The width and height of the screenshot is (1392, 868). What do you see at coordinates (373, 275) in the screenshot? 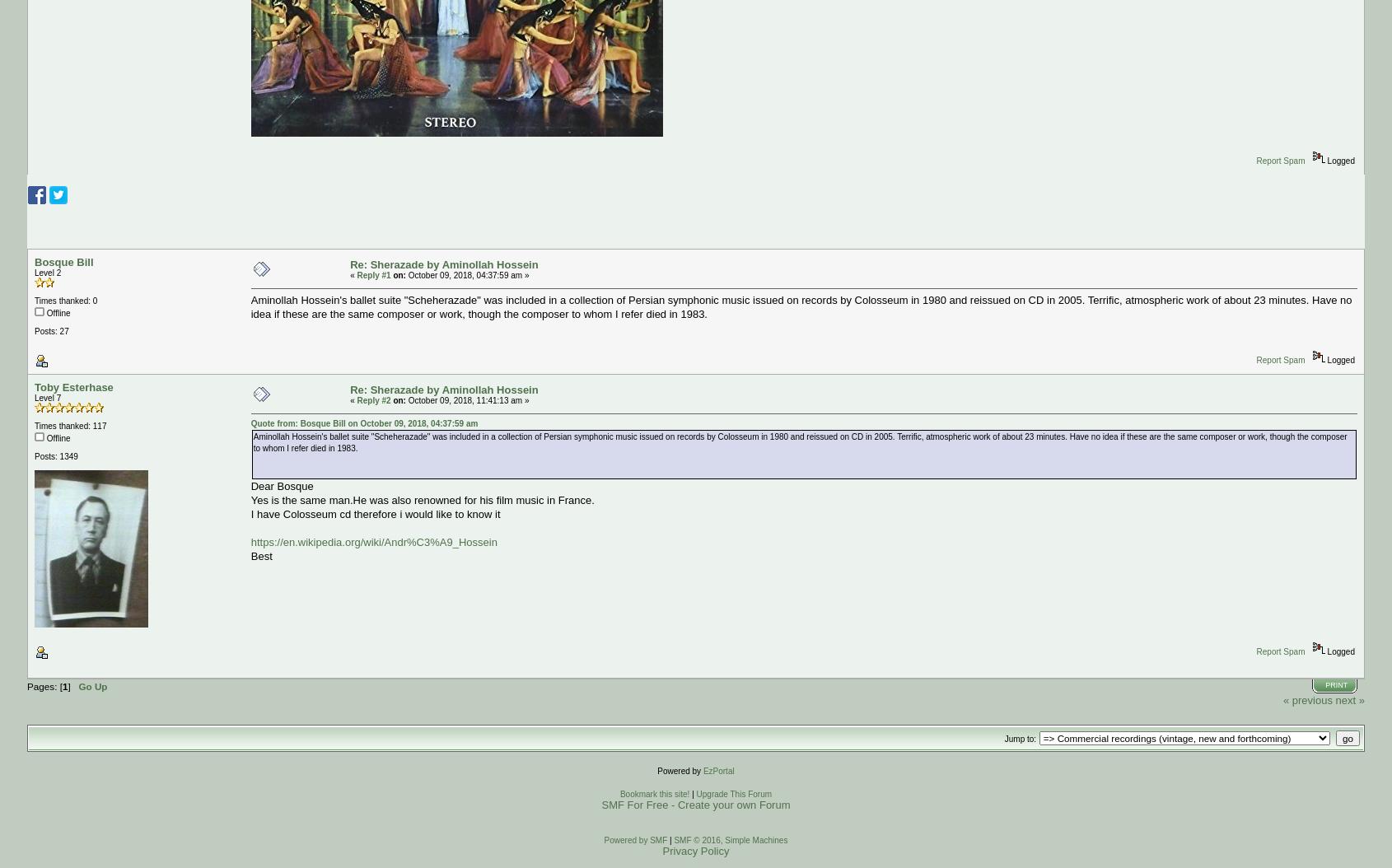
I see `'Reply #1'` at bounding box center [373, 275].